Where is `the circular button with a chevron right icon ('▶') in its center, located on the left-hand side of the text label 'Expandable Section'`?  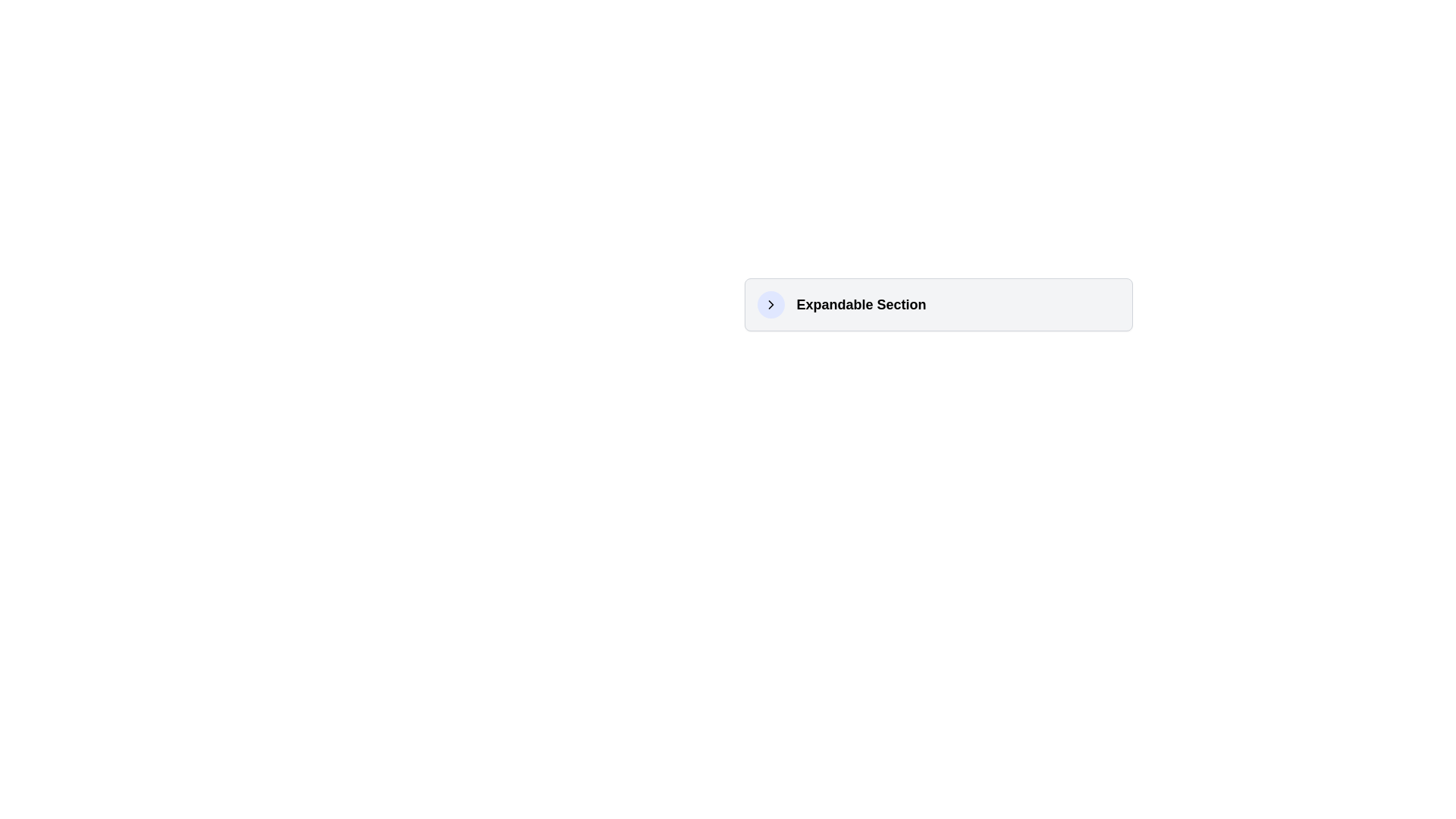
the circular button with a chevron right icon ('▶') in its center, located on the left-hand side of the text label 'Expandable Section' is located at coordinates (770, 304).